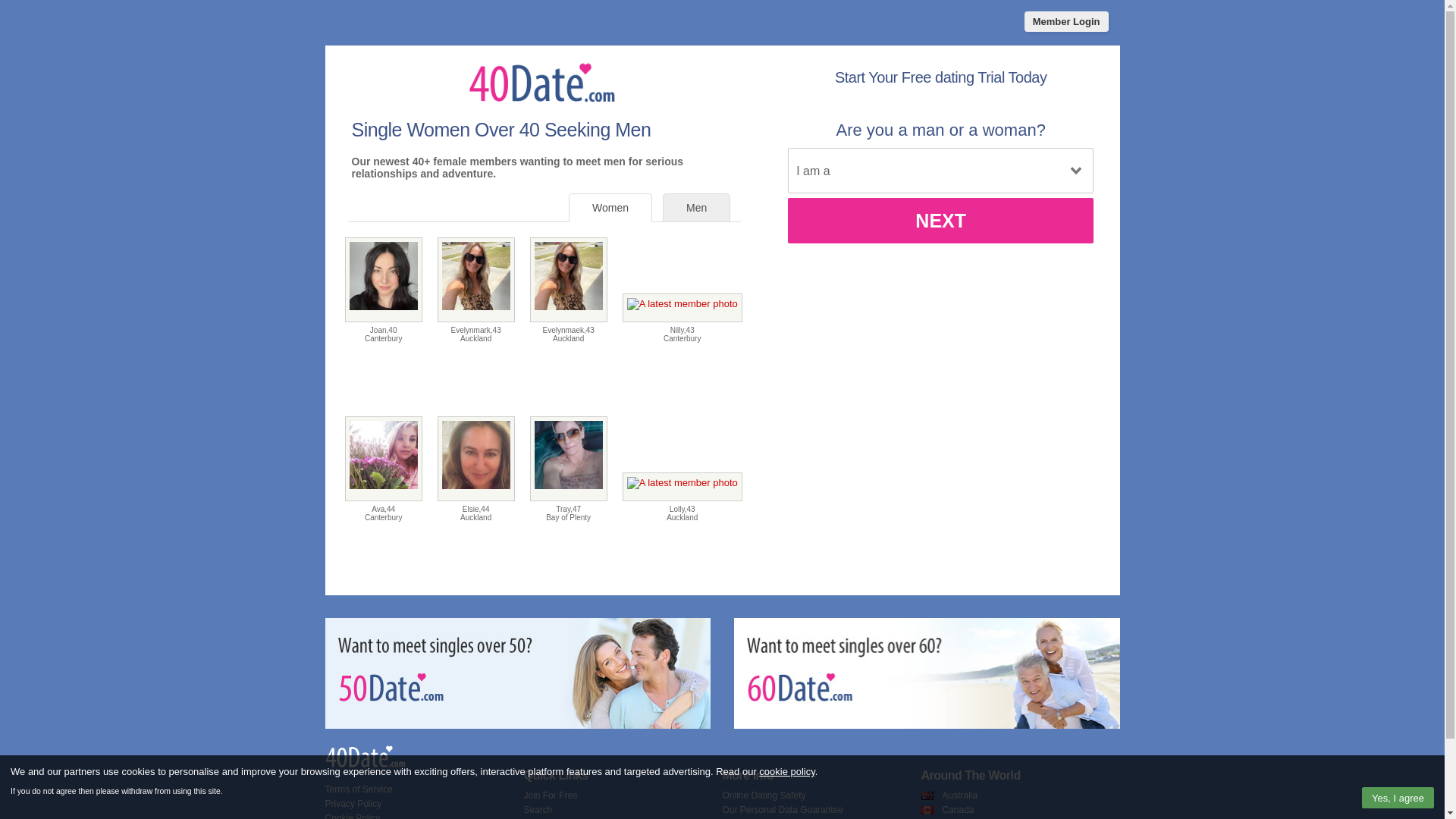 The height and width of the screenshot is (819, 1456). Describe the element at coordinates (782, 809) in the screenshot. I see `'Our Personal Data Guarantee'` at that location.